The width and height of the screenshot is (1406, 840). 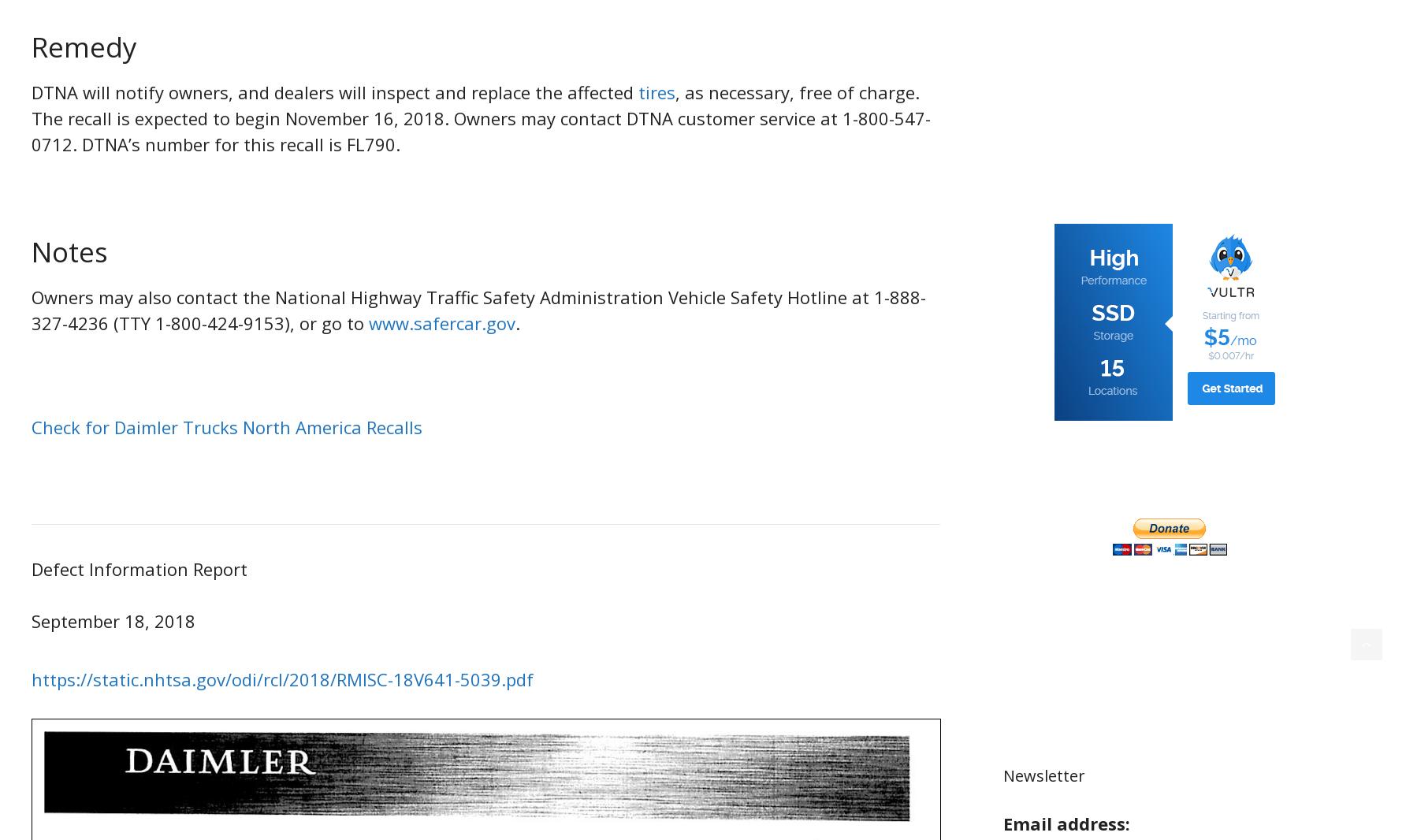 What do you see at coordinates (478, 310) in the screenshot?
I see `'Owners may also contact the National Highway Traffic Safety Administration Vehicle Safety Hotline at 1-888-327-4236 (TTY 1-800-424-9153), or go to'` at bounding box center [478, 310].